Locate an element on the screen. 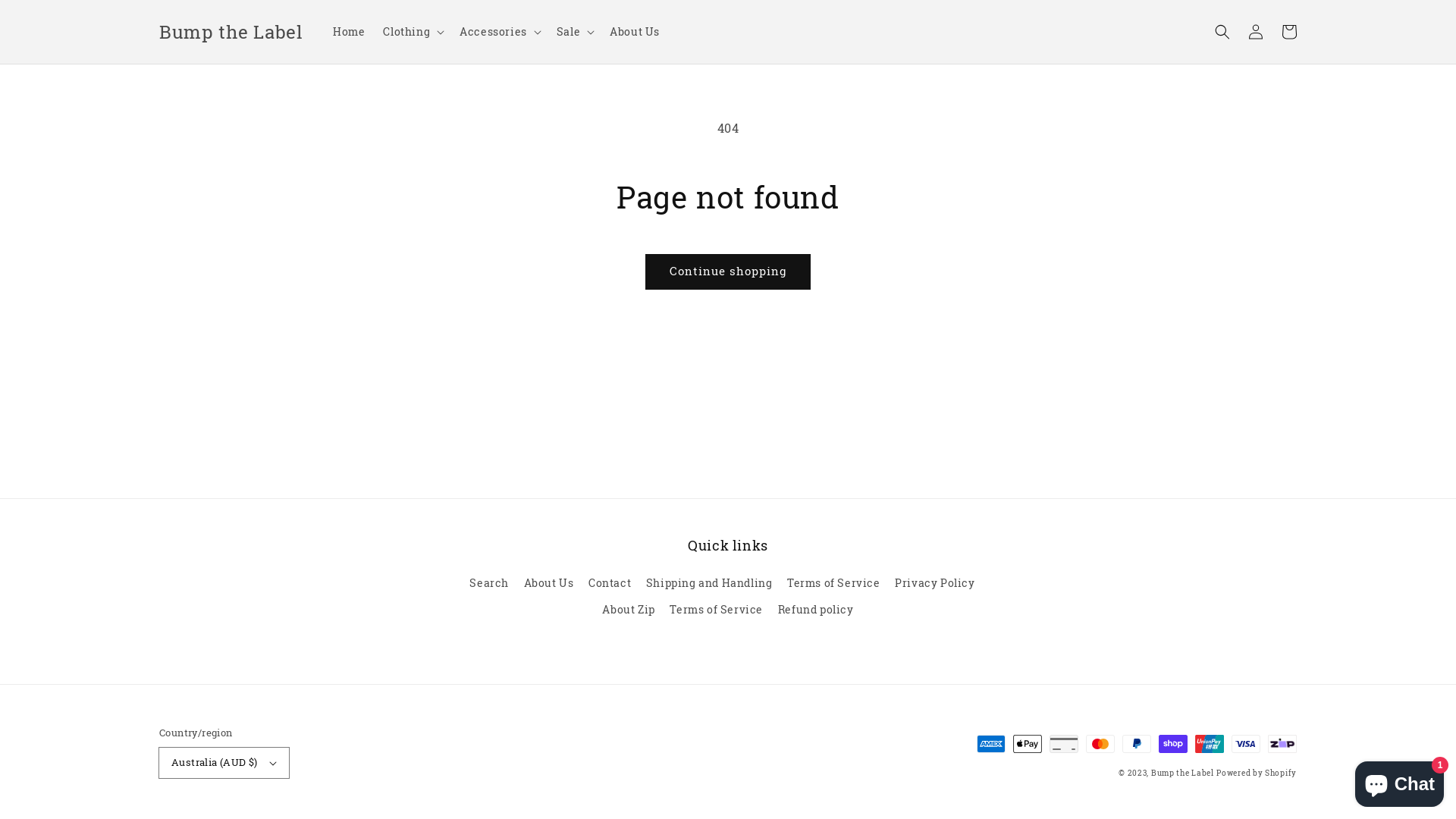 This screenshot has height=819, width=1456. 'Refund policy' is located at coordinates (814, 608).